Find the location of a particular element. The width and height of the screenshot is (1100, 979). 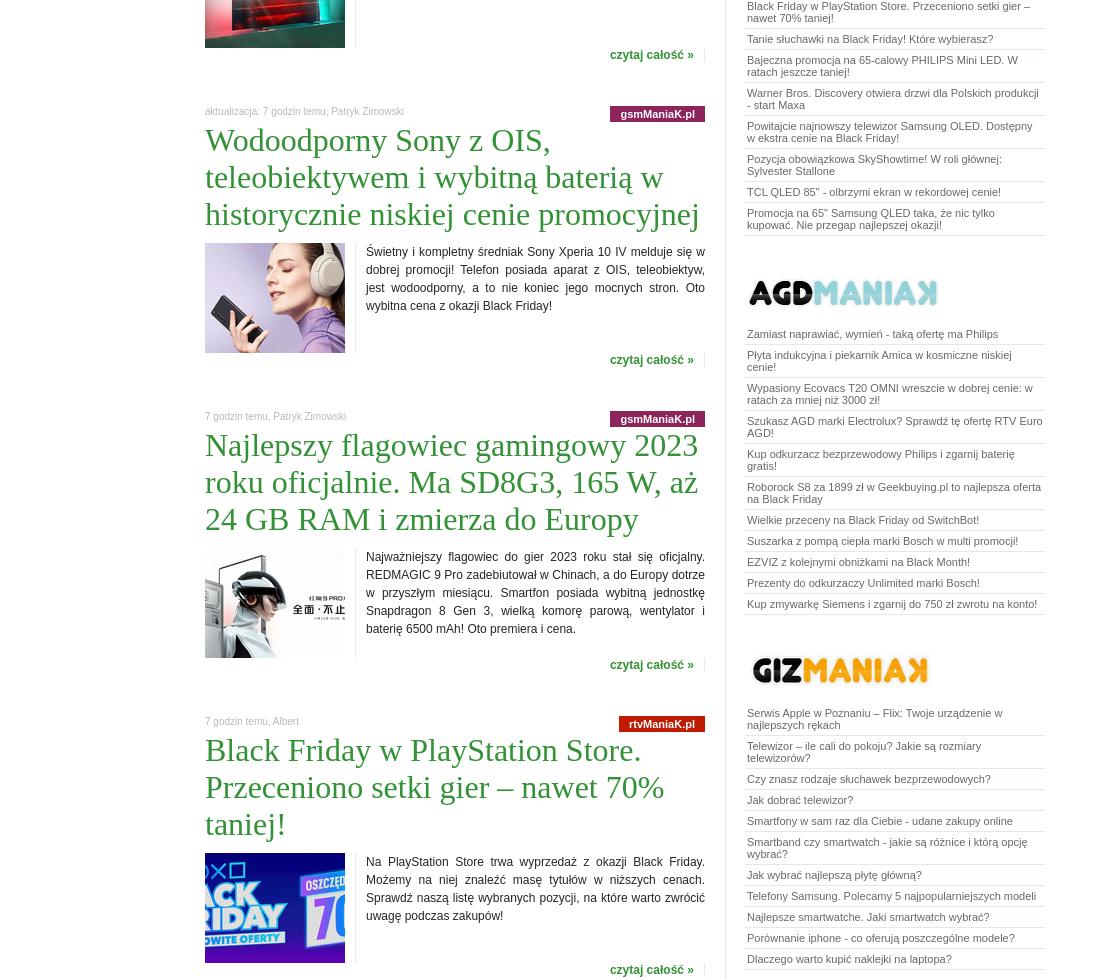

'Dlaczego warto kupić naklejki na laptopa?' is located at coordinates (847, 958).